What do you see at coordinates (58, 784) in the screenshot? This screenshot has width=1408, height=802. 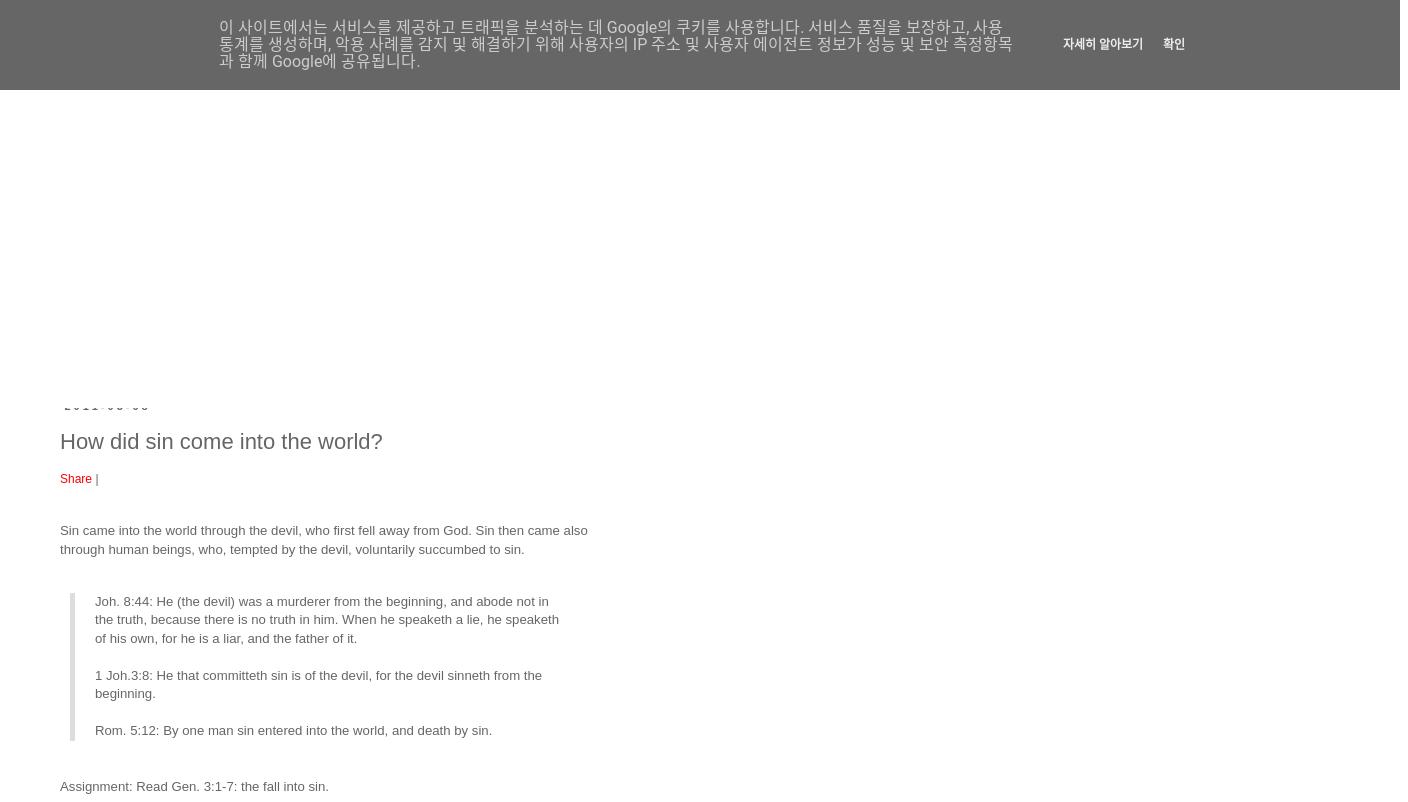 I see `'Assignment: Read Gen. 3:1-7: the fall into sin.'` at bounding box center [58, 784].